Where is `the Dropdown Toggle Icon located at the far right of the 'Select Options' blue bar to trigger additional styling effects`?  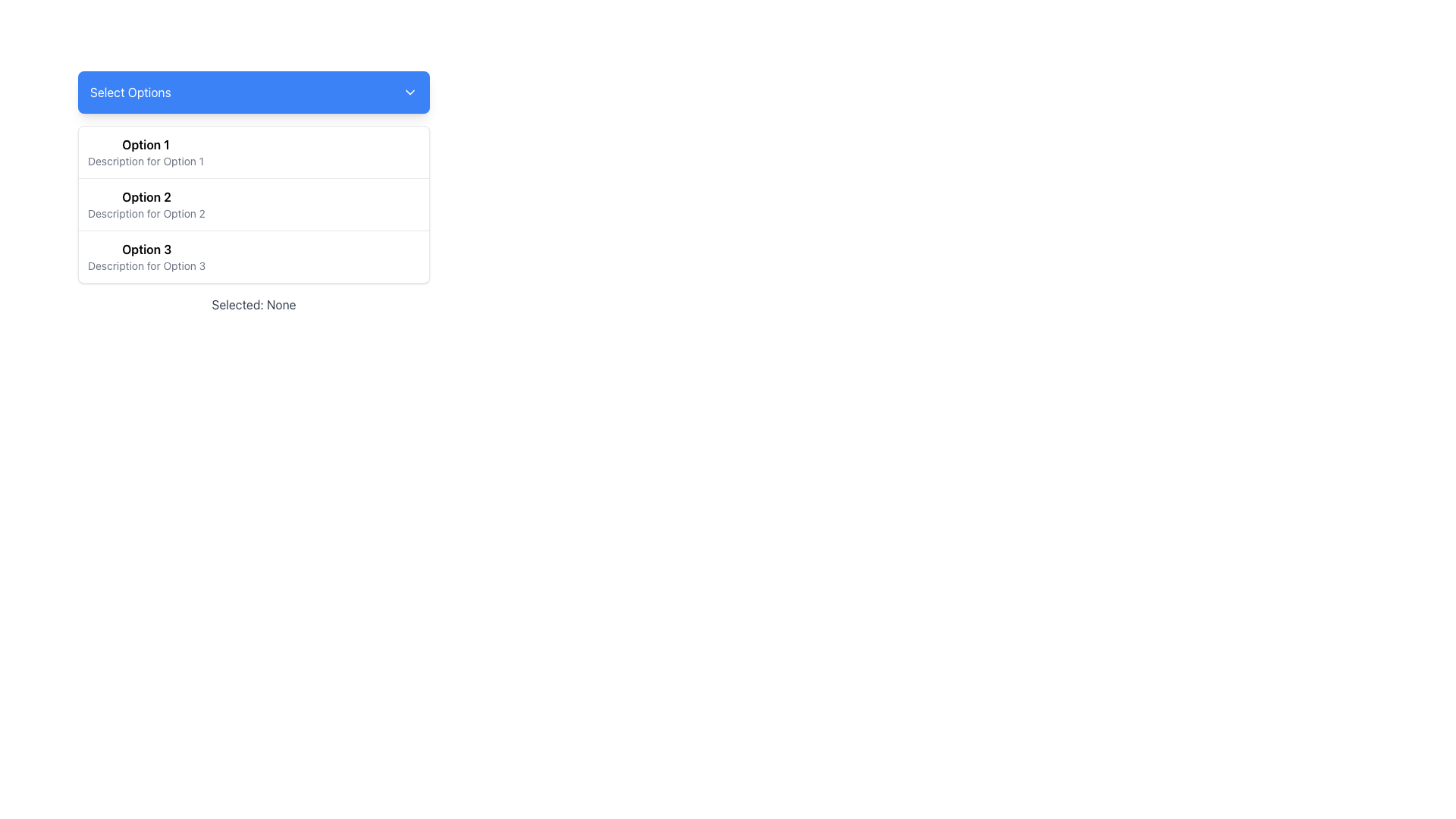
the Dropdown Toggle Icon located at the far right of the 'Select Options' blue bar to trigger additional styling effects is located at coordinates (410, 93).